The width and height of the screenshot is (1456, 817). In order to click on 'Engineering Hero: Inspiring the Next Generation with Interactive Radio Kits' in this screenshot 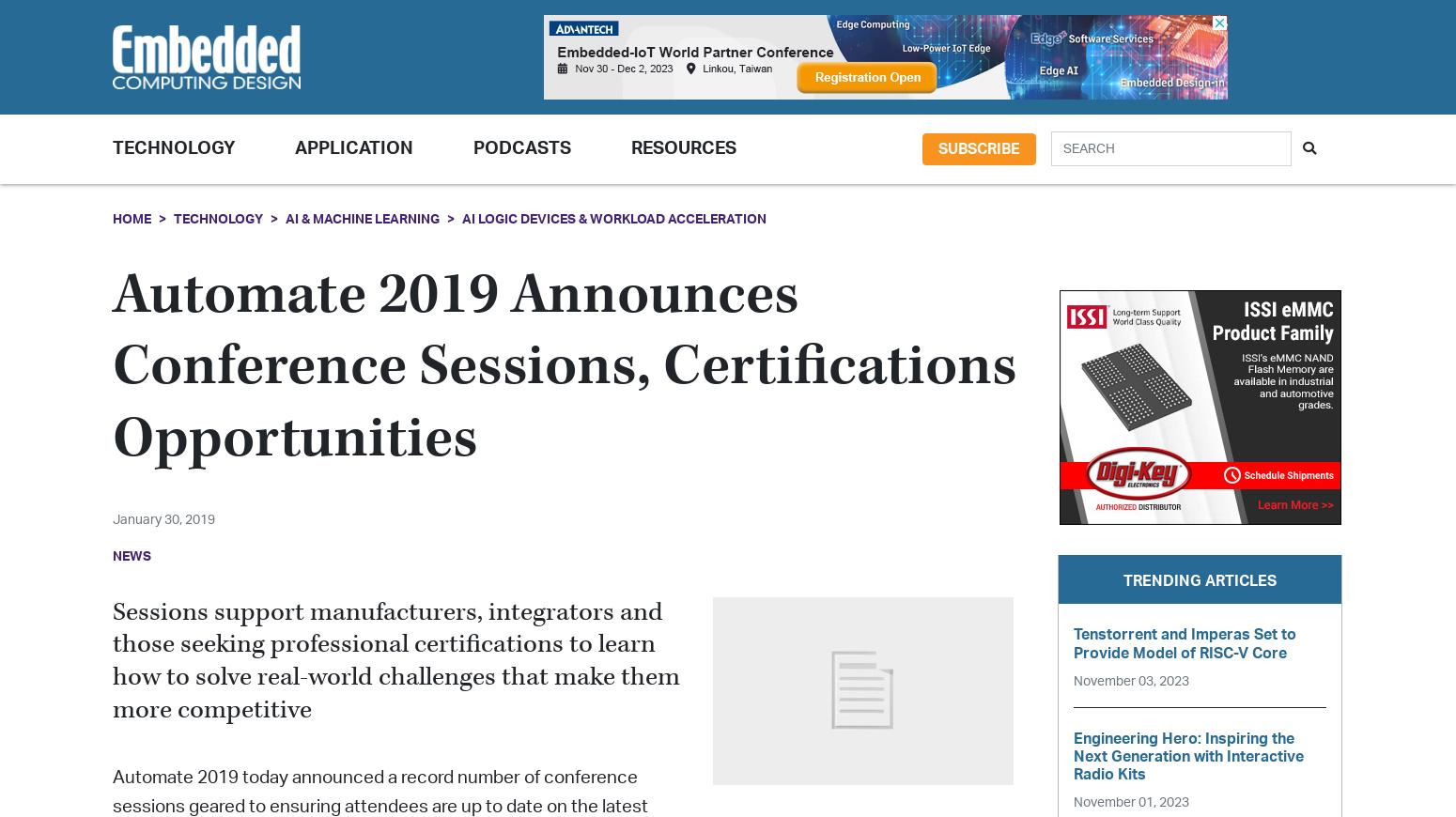, I will do `click(1187, 756)`.